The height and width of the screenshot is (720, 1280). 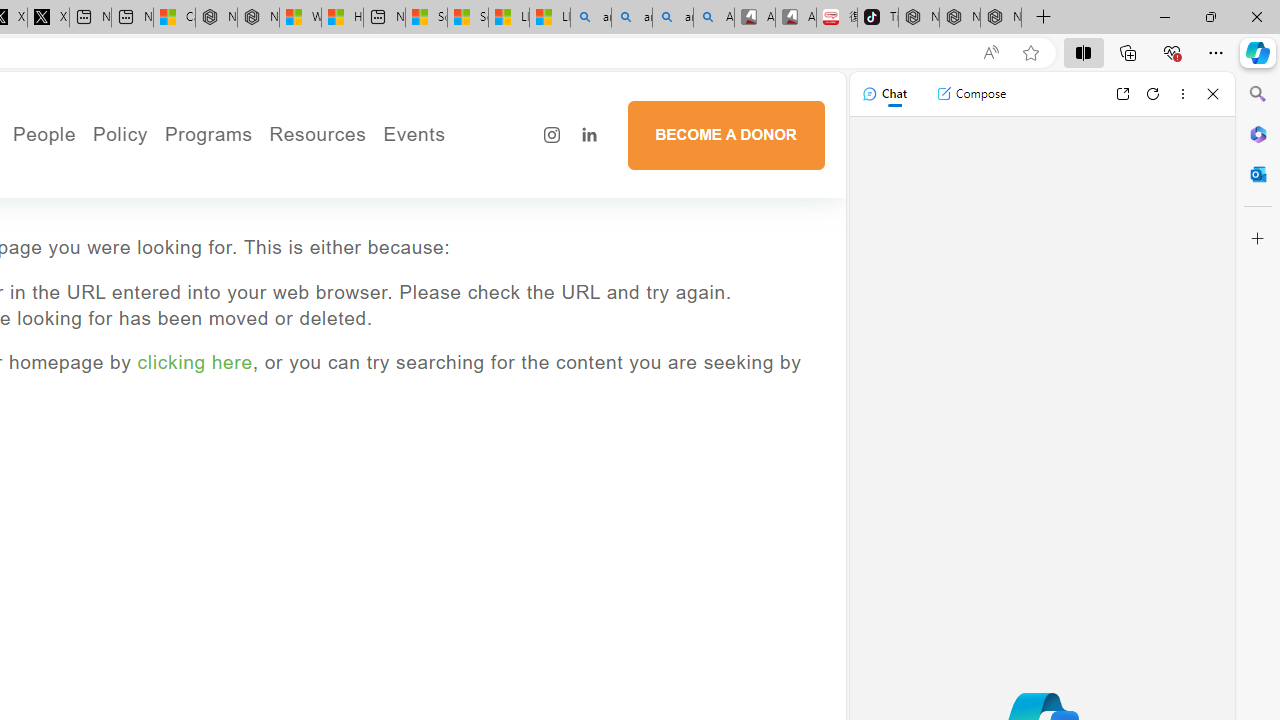 I want to click on 'Amazon Echo Robot - Search Images', so click(x=713, y=17).